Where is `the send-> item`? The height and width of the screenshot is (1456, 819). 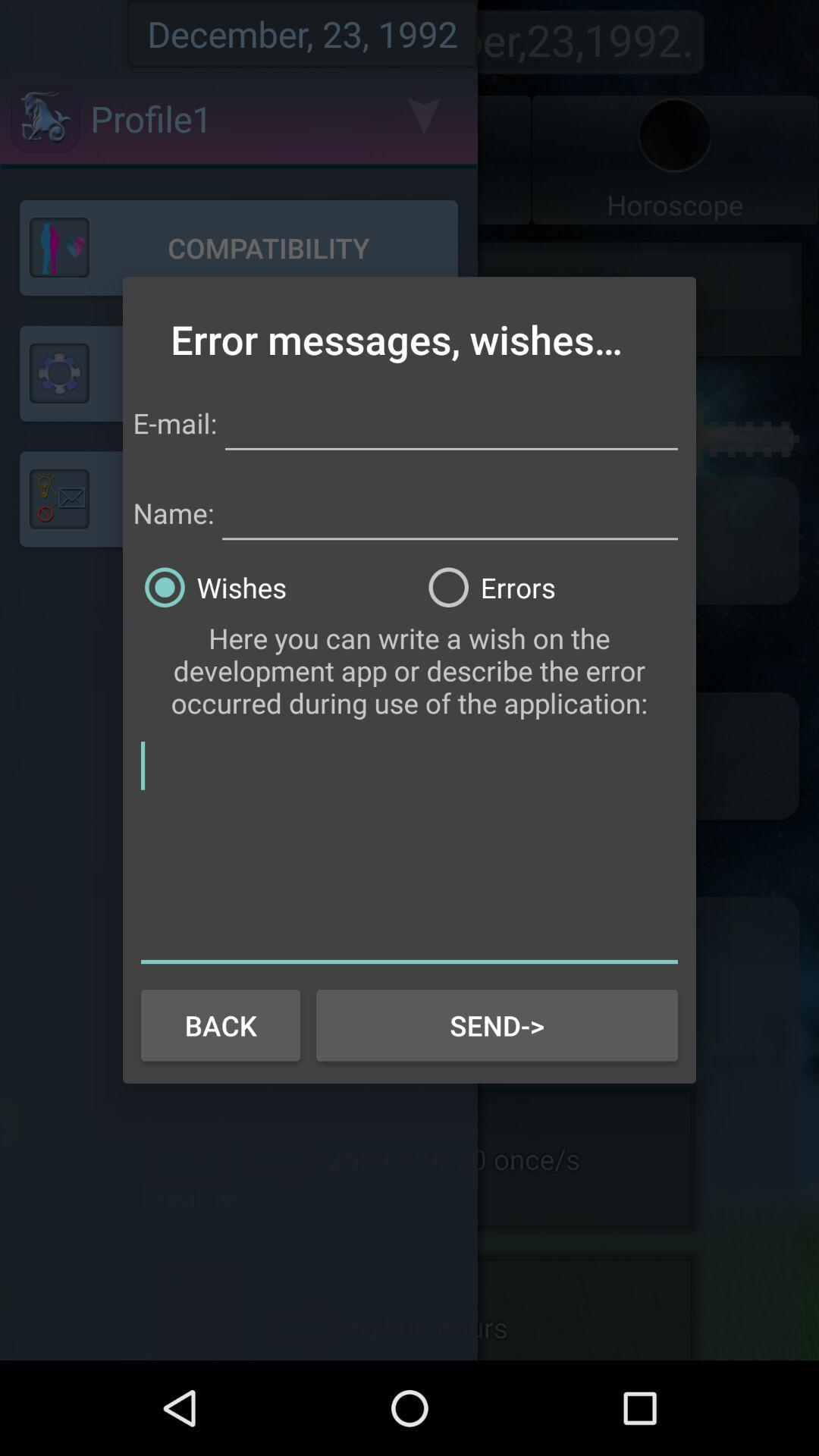
the send-> item is located at coordinates (497, 1025).